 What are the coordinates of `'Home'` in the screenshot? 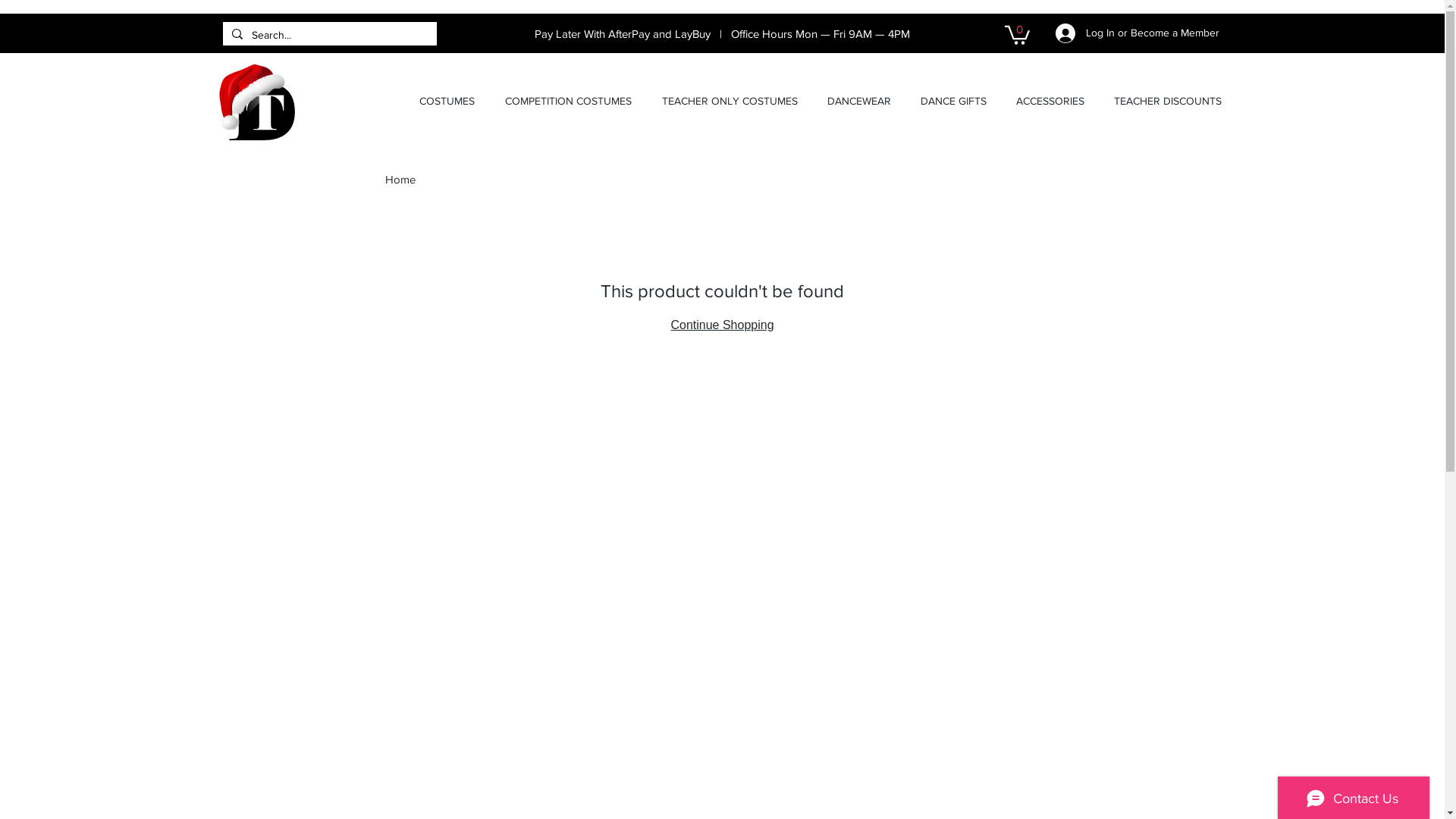 It's located at (385, 178).